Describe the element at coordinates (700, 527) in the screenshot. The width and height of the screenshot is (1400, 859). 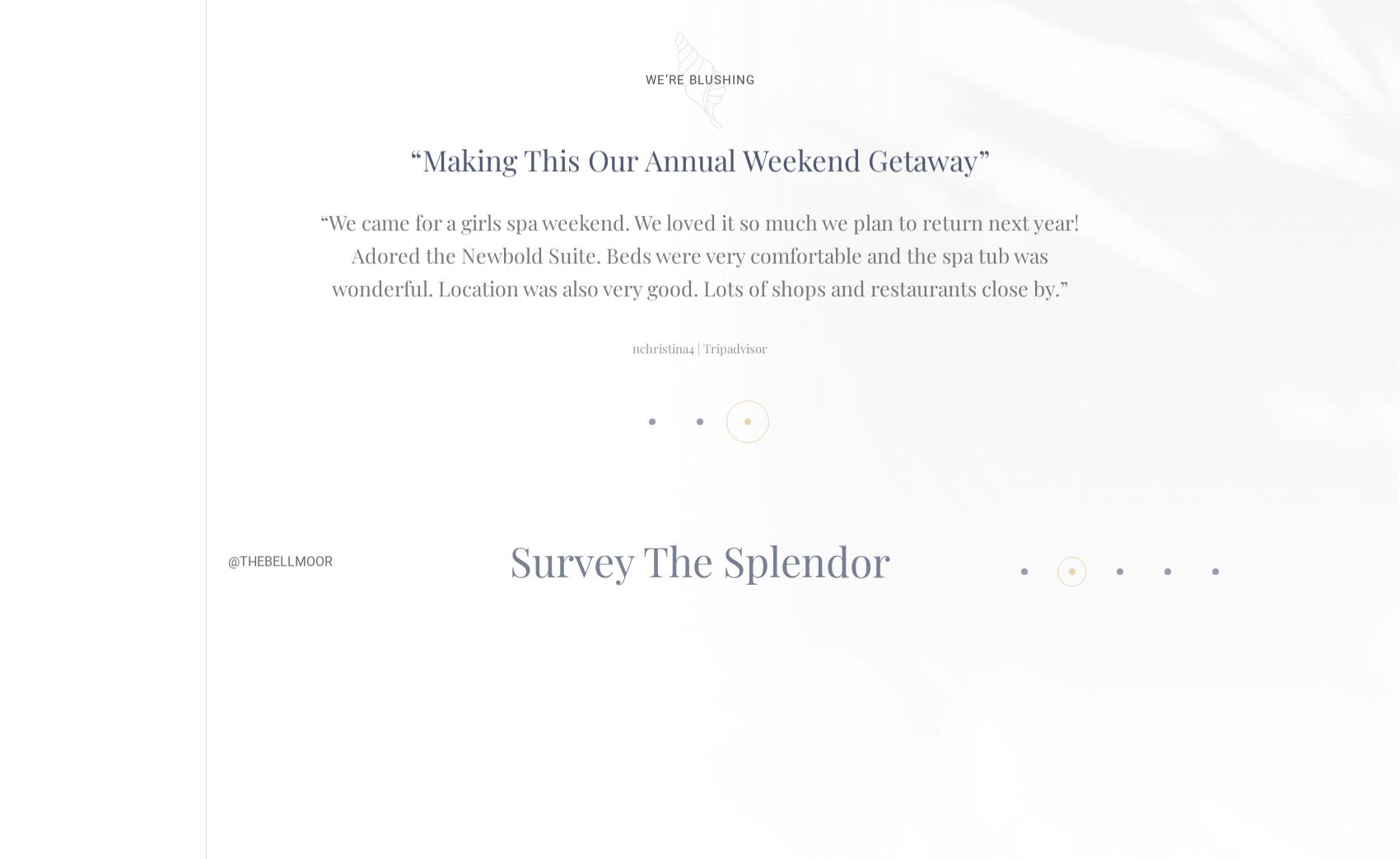
I see `'Survey The Splendor'` at that location.